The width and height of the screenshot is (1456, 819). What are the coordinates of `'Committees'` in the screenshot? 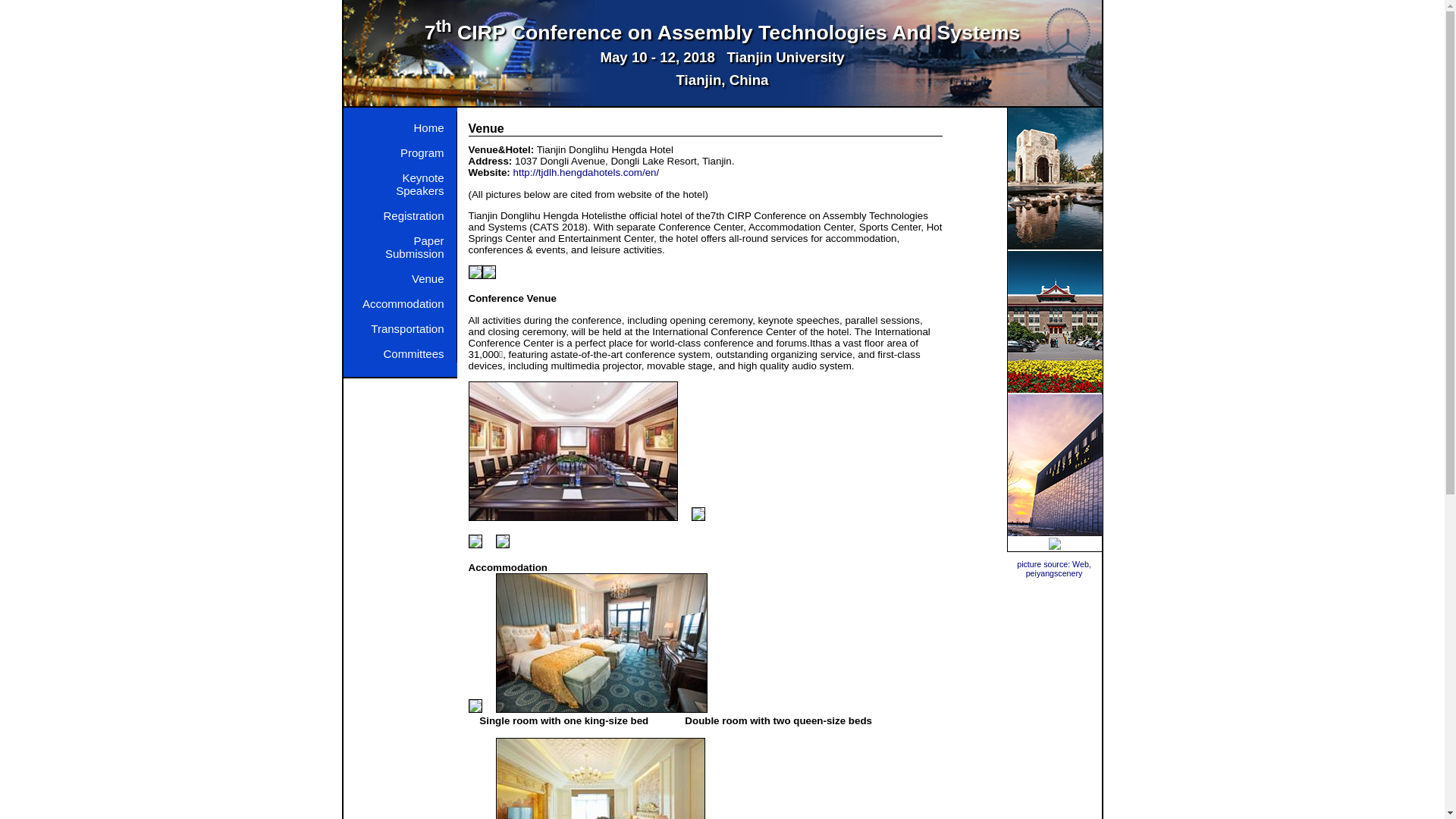 It's located at (399, 350).